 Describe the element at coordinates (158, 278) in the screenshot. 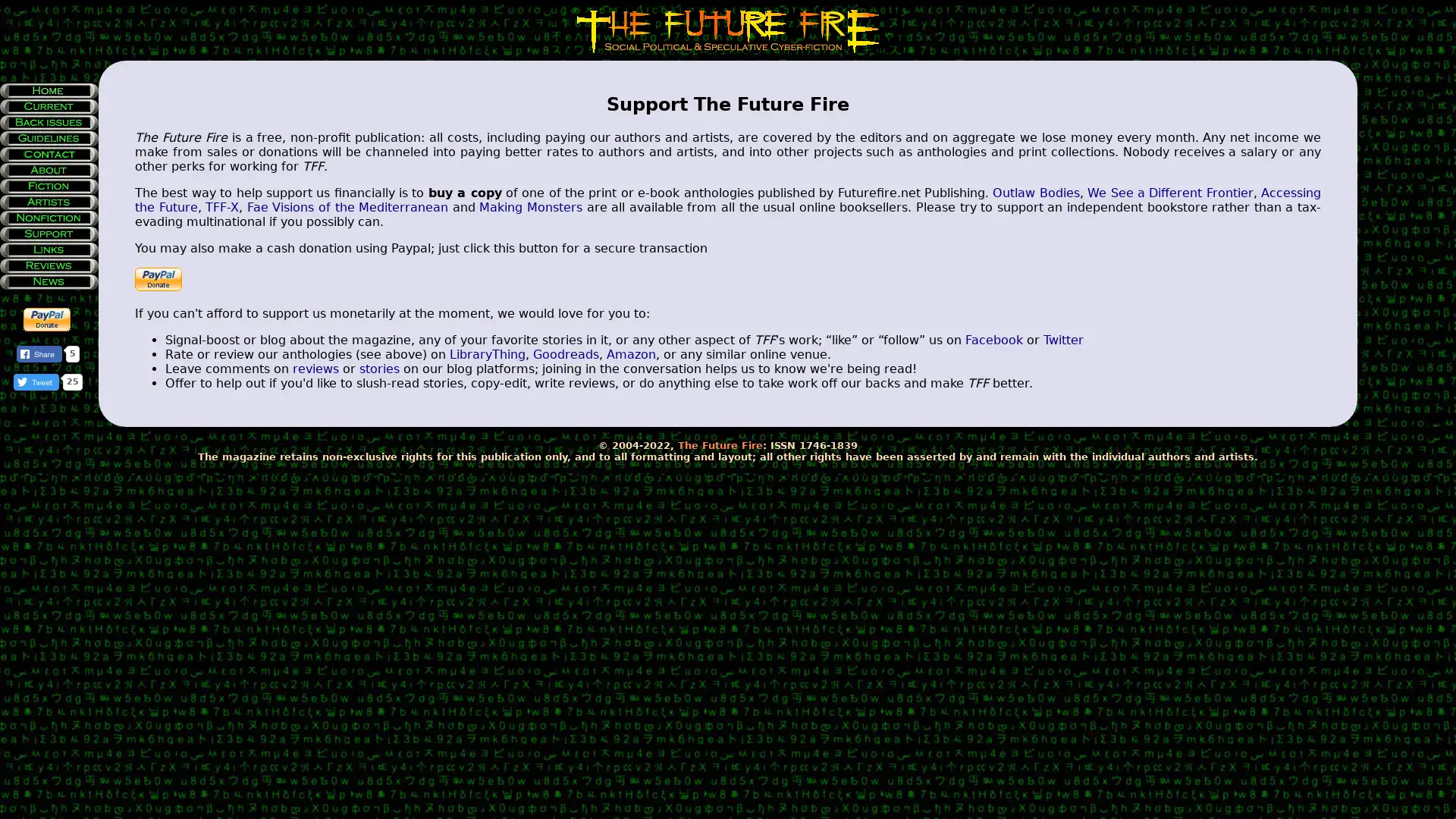

I see `Make payments with PayPal - it's fast, free and secure!` at that location.